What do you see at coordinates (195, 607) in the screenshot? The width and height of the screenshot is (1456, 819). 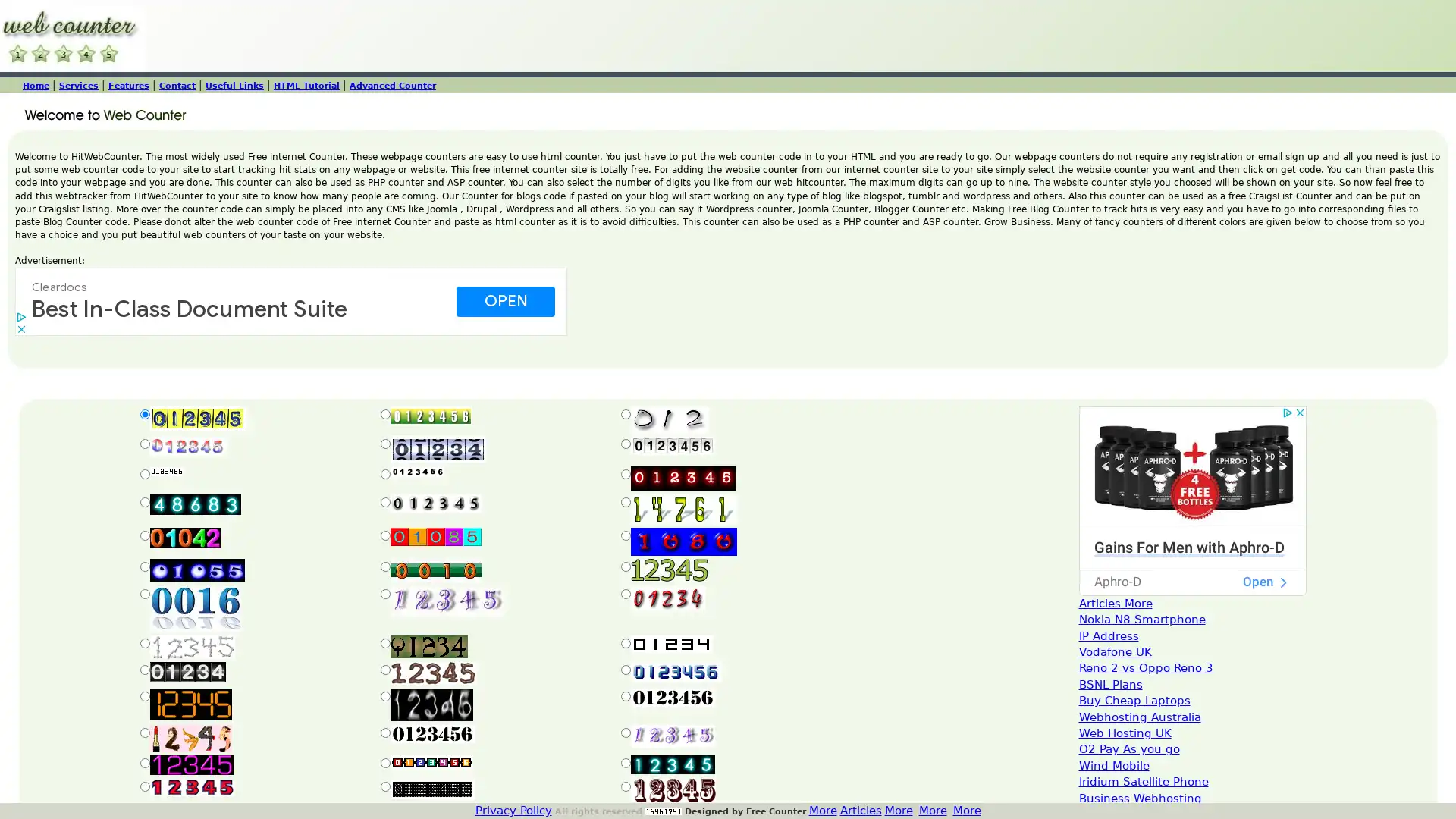 I see `Submit` at bounding box center [195, 607].